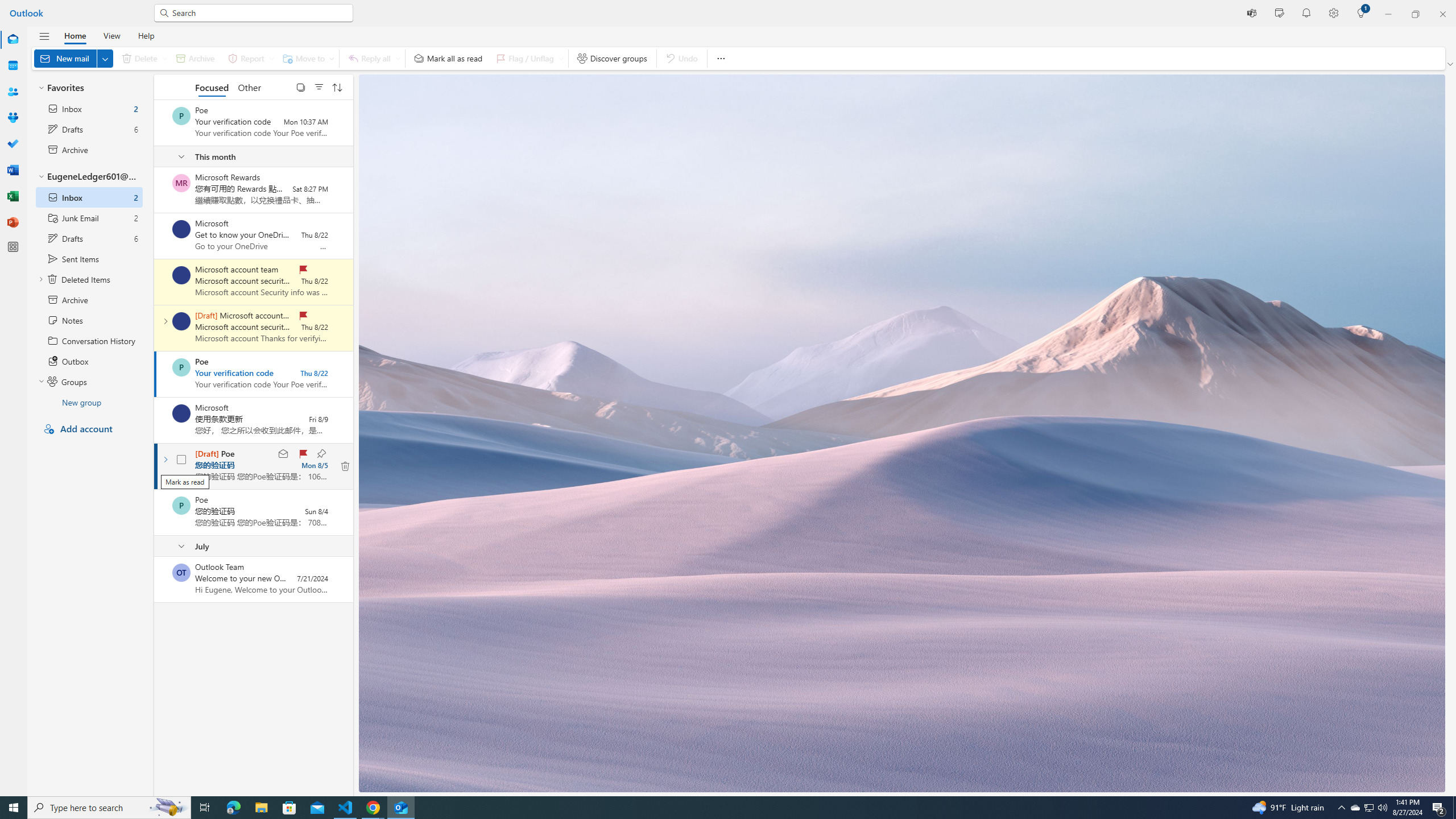  What do you see at coordinates (300, 86) in the screenshot?
I see `'Select'` at bounding box center [300, 86].